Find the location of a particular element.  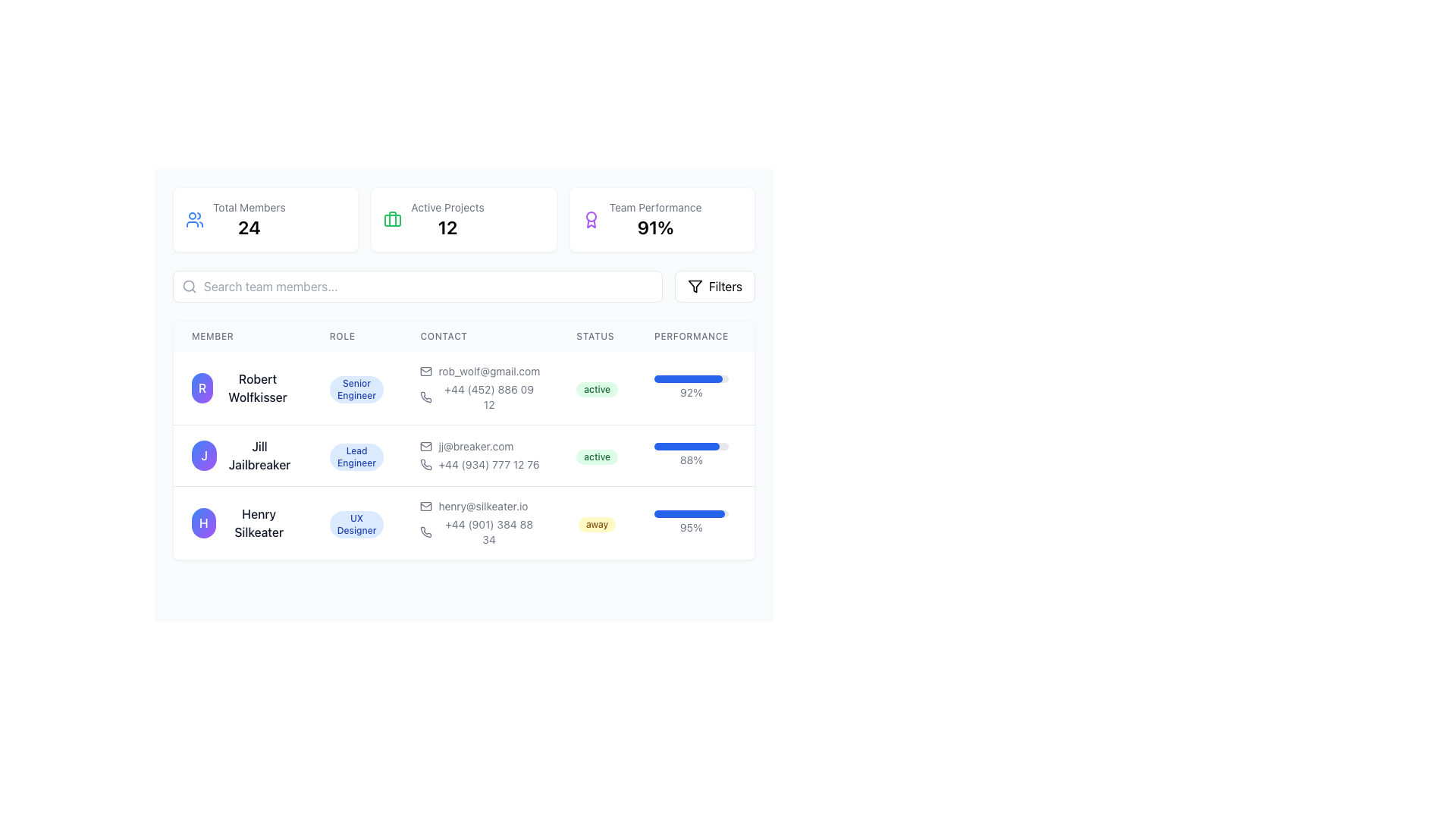

the progress value visually in the performance bar for 'Henry Silkeater', which is a light gray progress bar with a blue filled section indicating 95% progress is located at coordinates (691, 513).